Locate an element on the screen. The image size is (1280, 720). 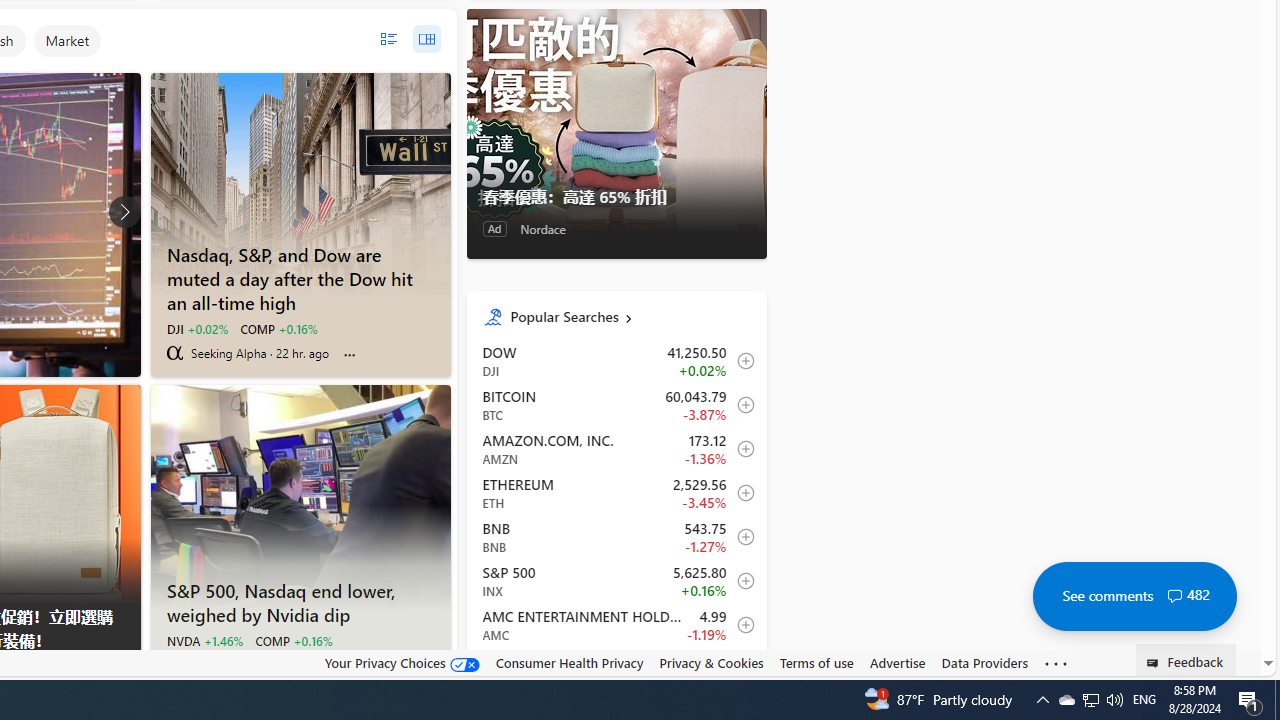
'Feedback' is located at coordinates (1186, 659).